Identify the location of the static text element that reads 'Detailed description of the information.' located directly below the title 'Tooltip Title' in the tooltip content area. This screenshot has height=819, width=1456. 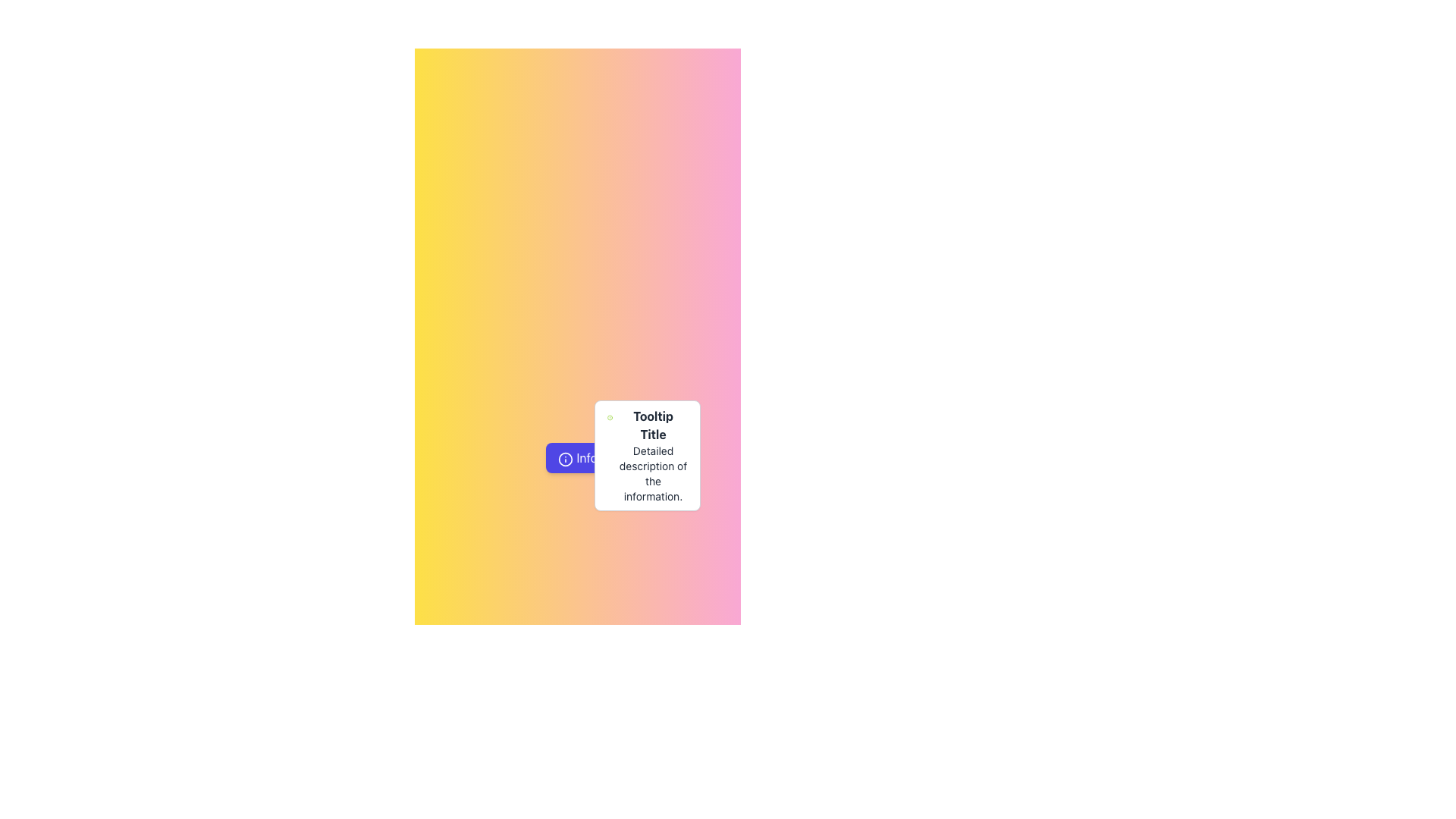
(653, 472).